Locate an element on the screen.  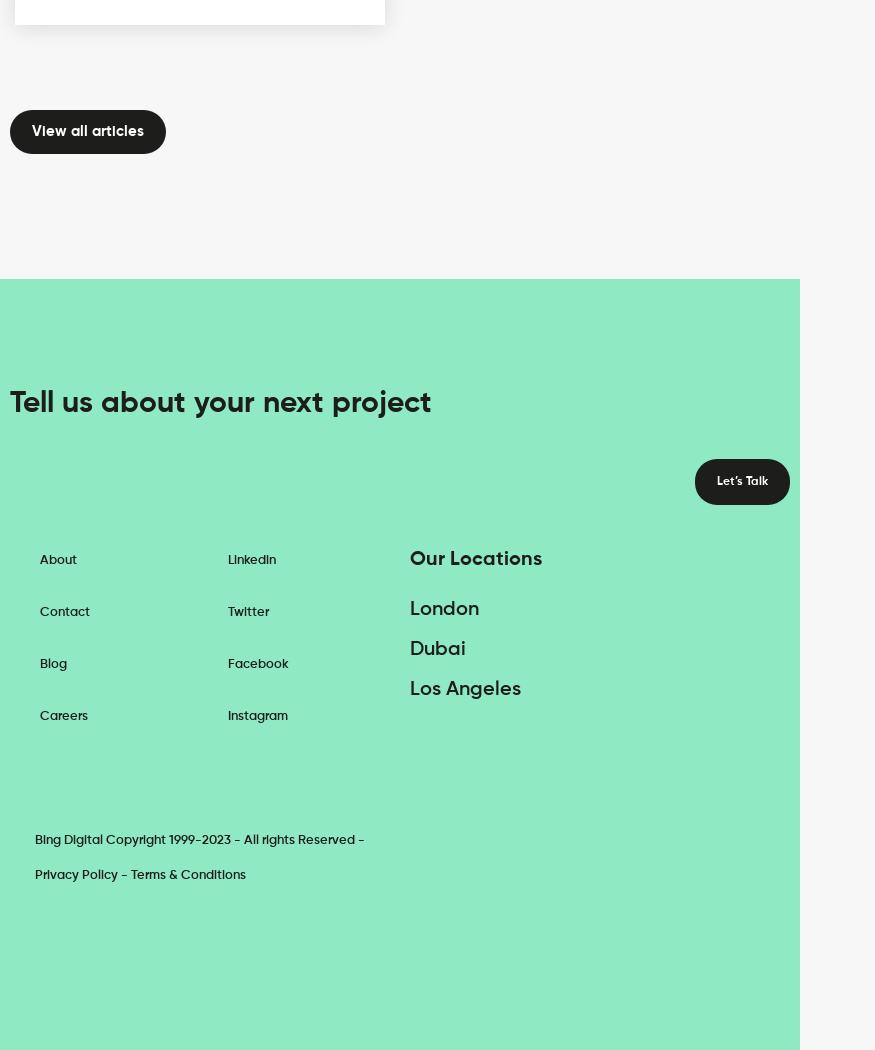
'-' is located at coordinates (118, 873).